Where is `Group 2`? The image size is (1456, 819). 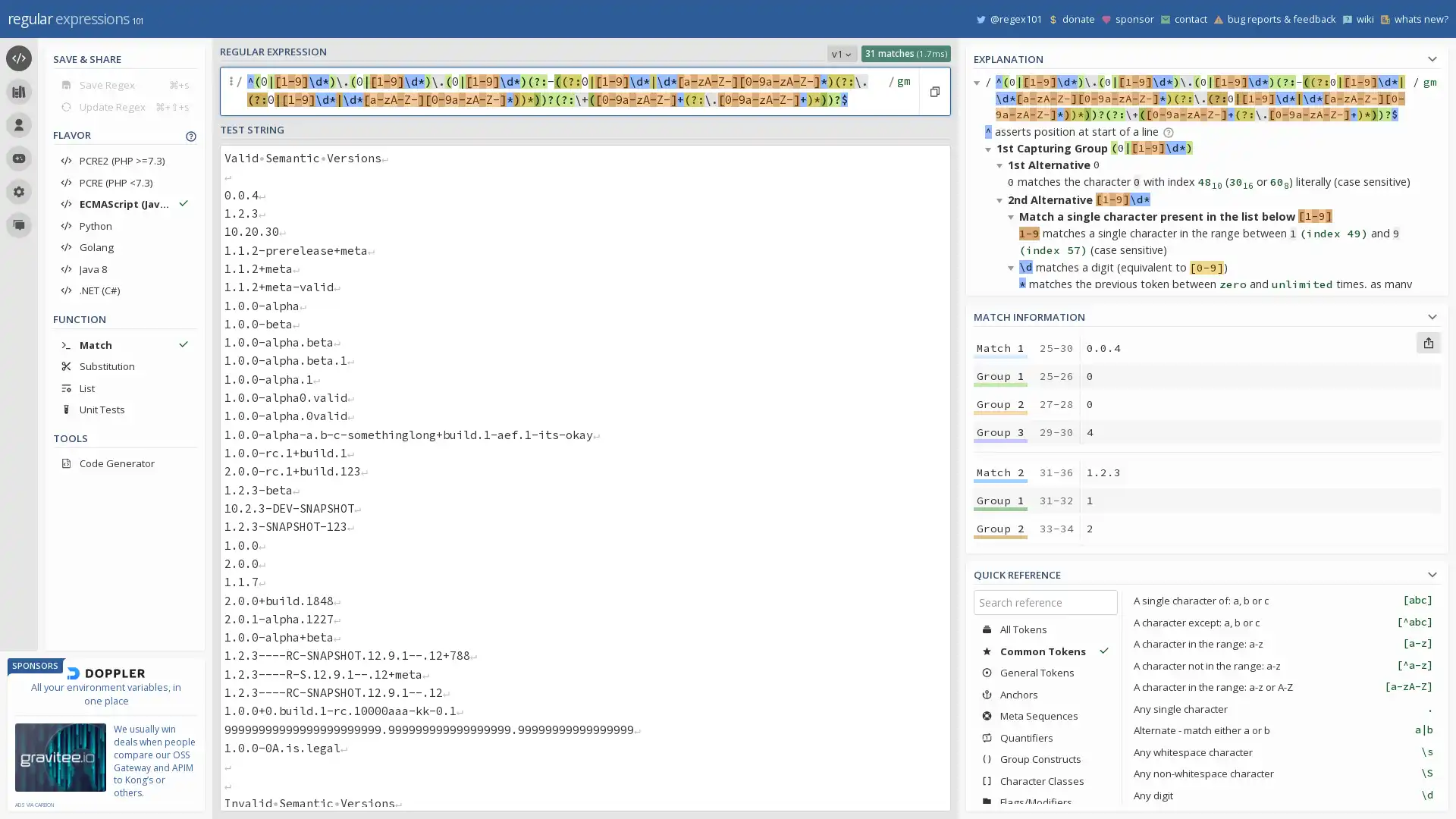
Group 2 is located at coordinates (1000, 528).